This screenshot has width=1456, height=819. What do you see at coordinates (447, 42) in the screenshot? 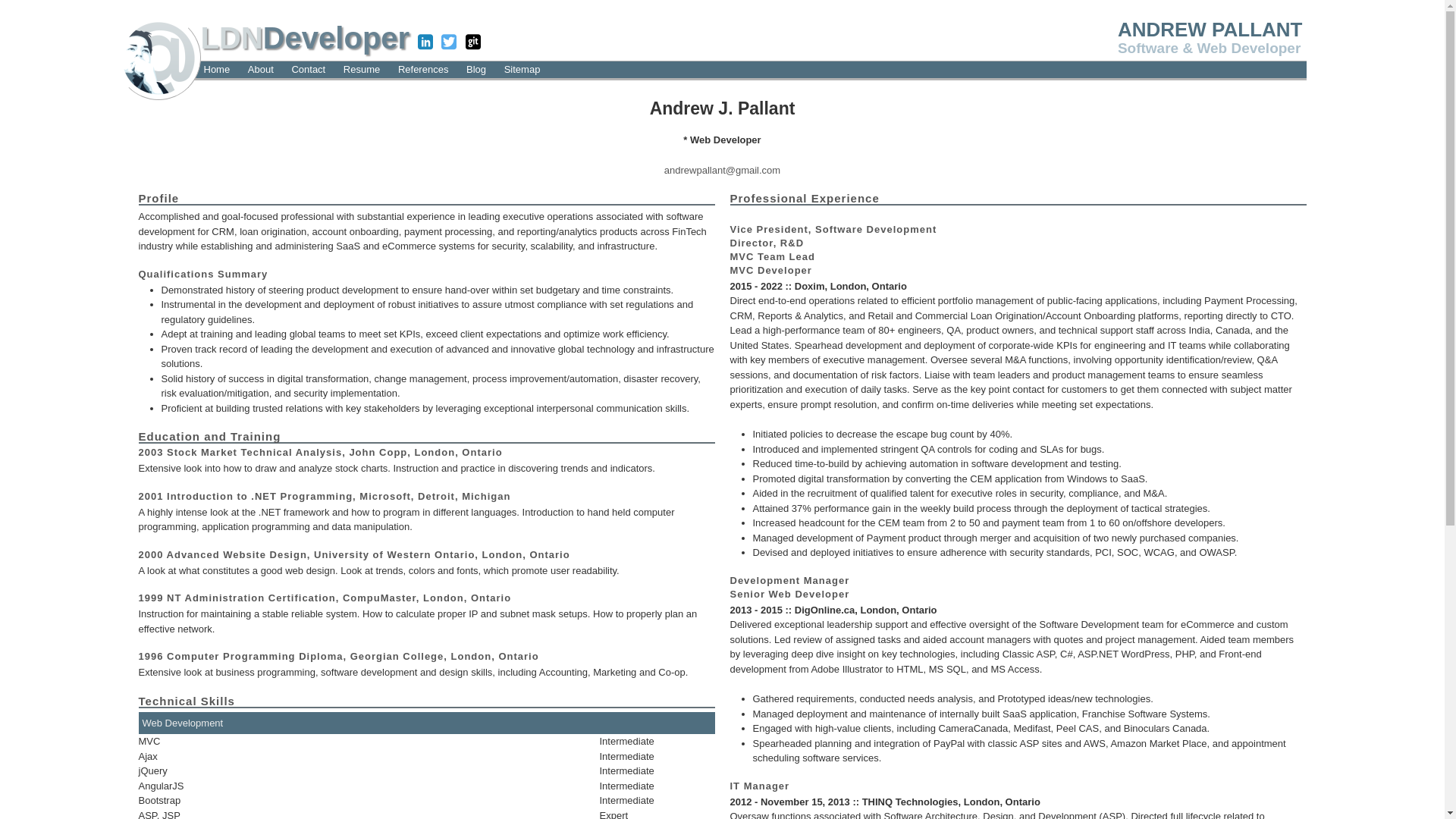
I see `'Click For My Twitter Profile'` at bounding box center [447, 42].